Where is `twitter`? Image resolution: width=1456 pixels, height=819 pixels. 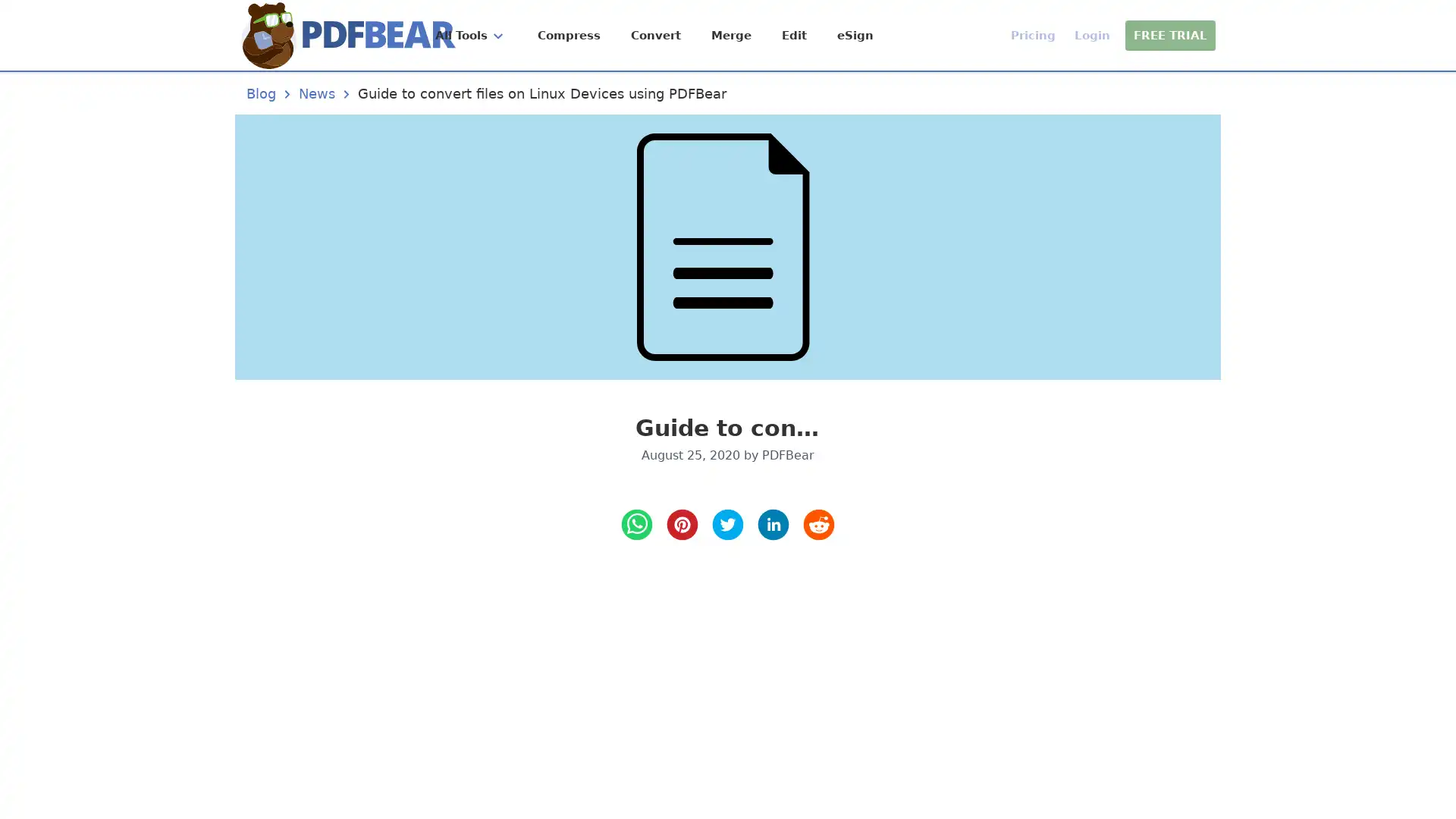 twitter is located at coordinates (728, 523).